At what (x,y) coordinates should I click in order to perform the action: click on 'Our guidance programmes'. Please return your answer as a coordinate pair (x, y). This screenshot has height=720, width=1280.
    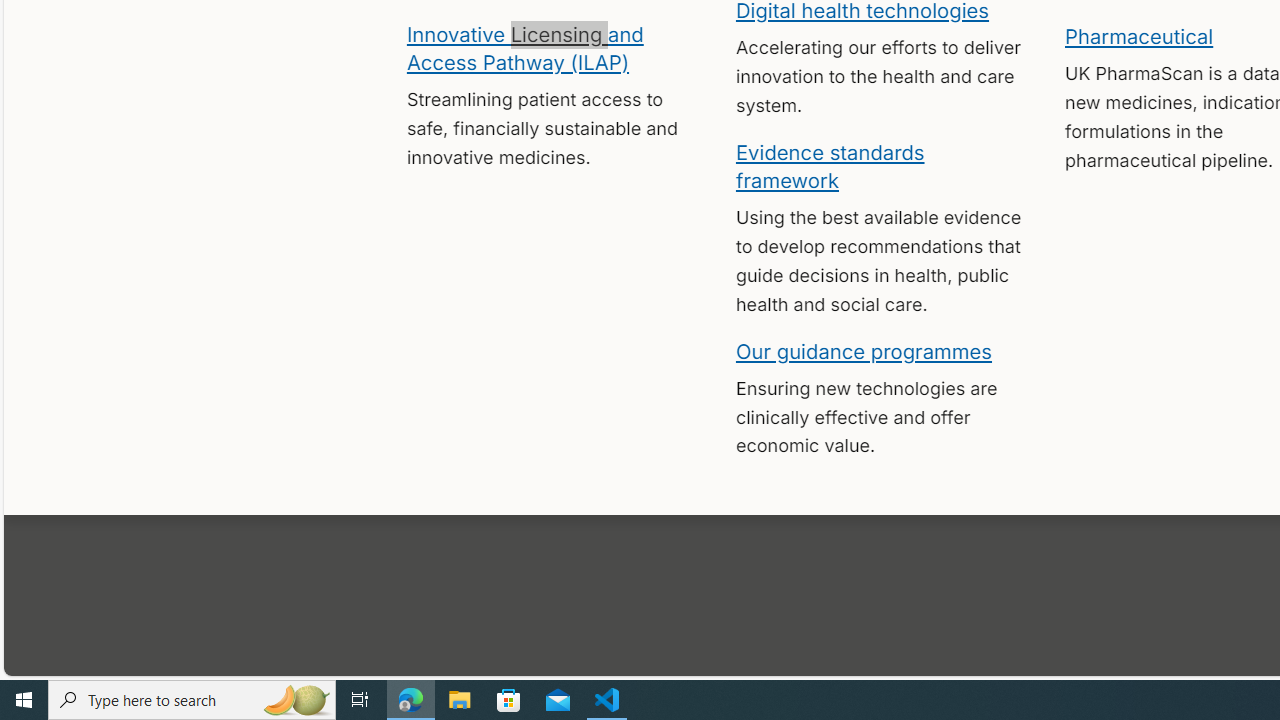
    Looking at the image, I should click on (864, 350).